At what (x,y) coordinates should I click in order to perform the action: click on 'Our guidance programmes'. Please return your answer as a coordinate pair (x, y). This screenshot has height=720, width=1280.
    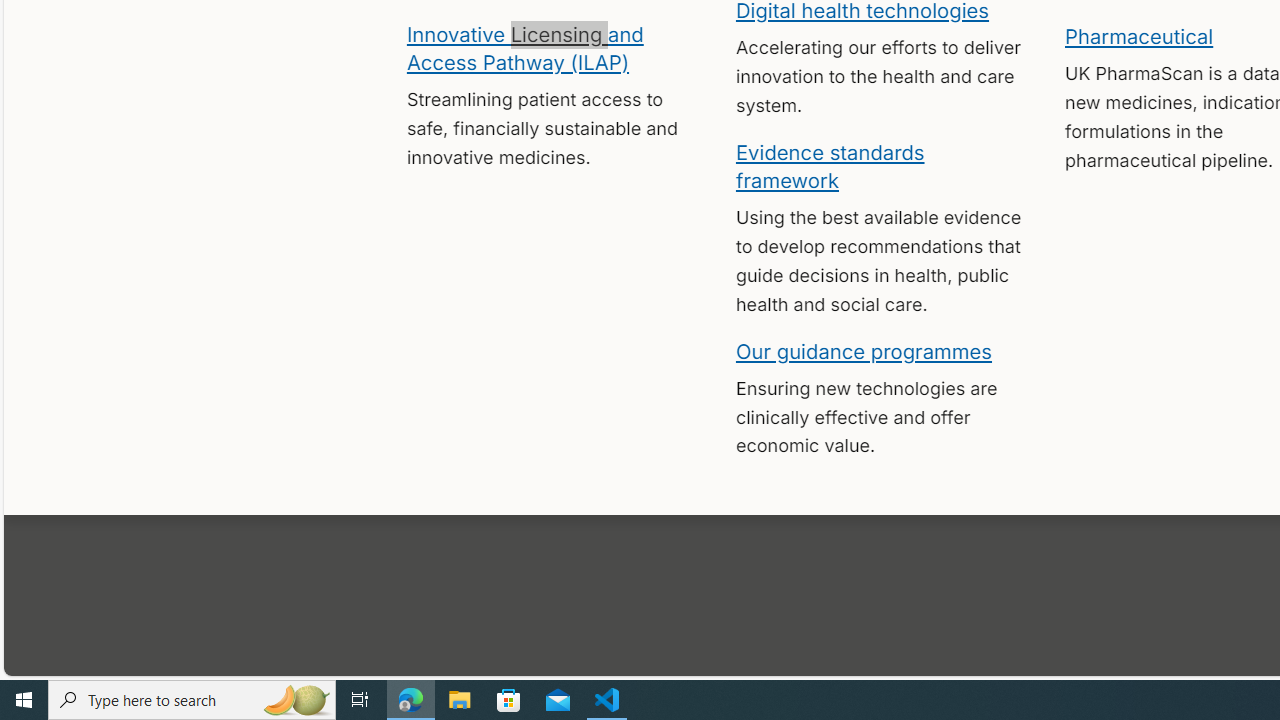
    Looking at the image, I should click on (864, 350).